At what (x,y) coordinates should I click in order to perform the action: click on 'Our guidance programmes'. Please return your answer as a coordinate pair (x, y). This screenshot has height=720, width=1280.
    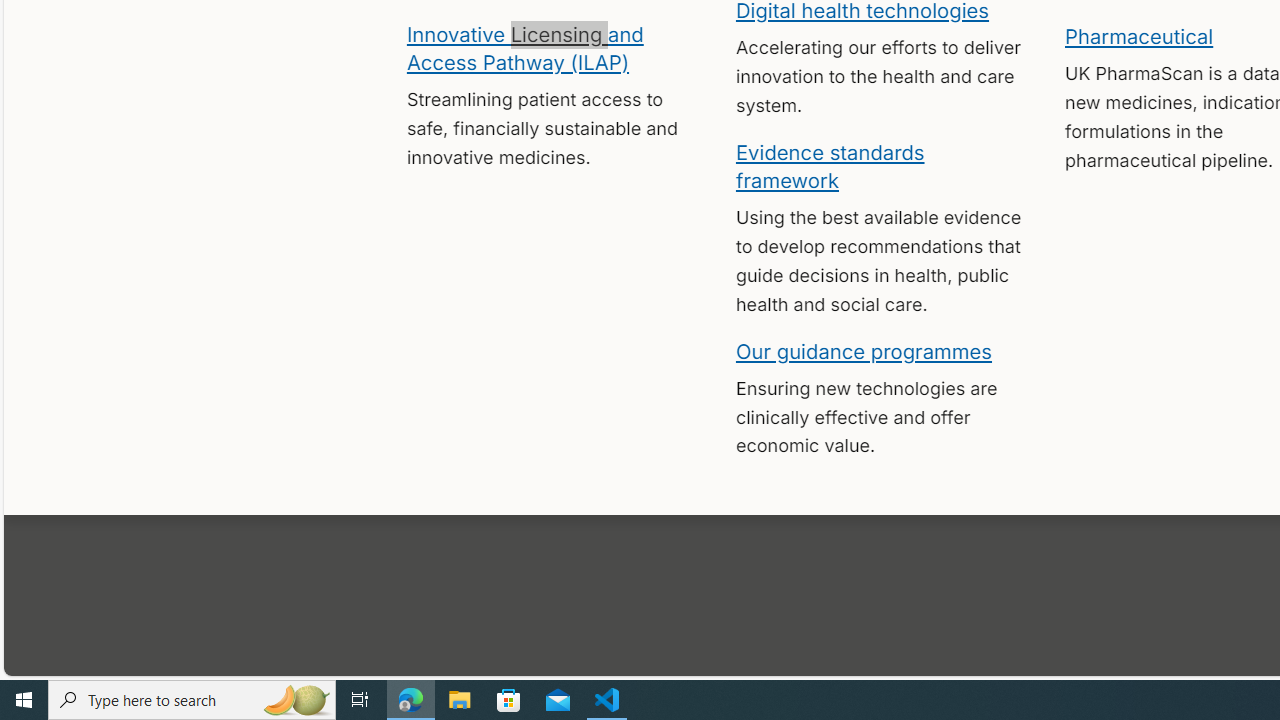
    Looking at the image, I should click on (864, 350).